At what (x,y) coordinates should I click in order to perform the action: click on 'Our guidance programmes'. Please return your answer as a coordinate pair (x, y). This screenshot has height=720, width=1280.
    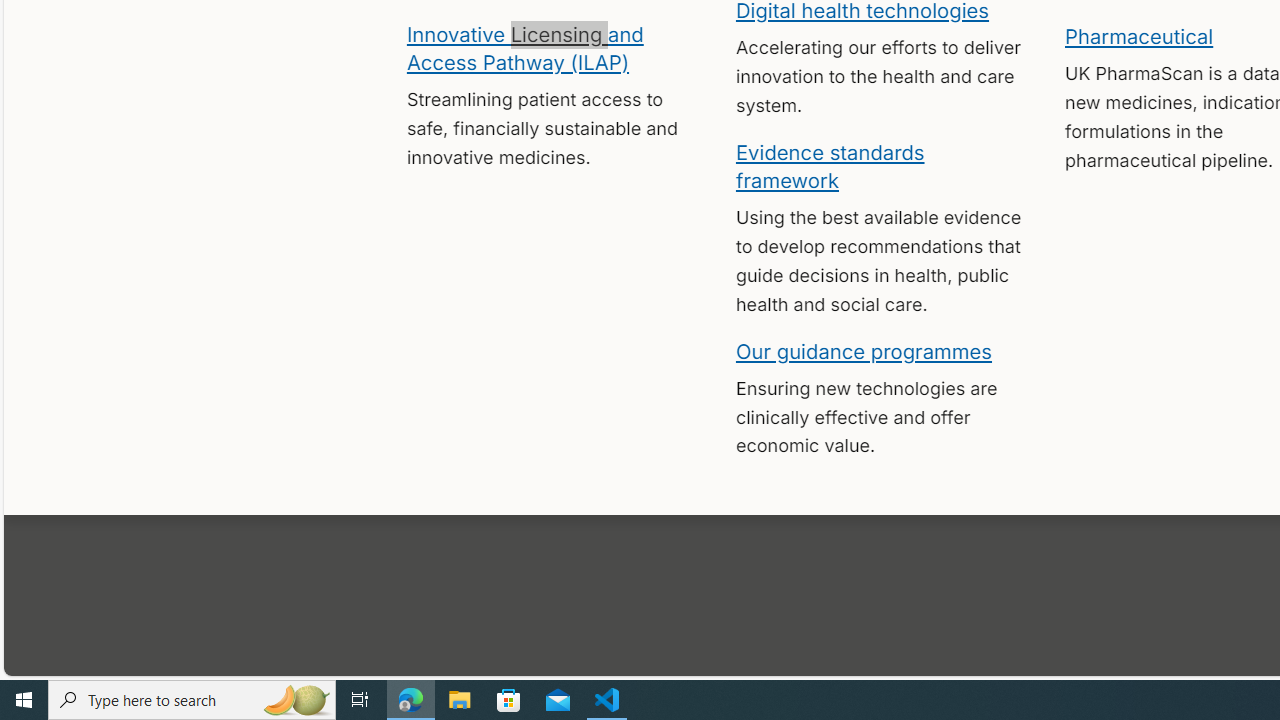
    Looking at the image, I should click on (864, 350).